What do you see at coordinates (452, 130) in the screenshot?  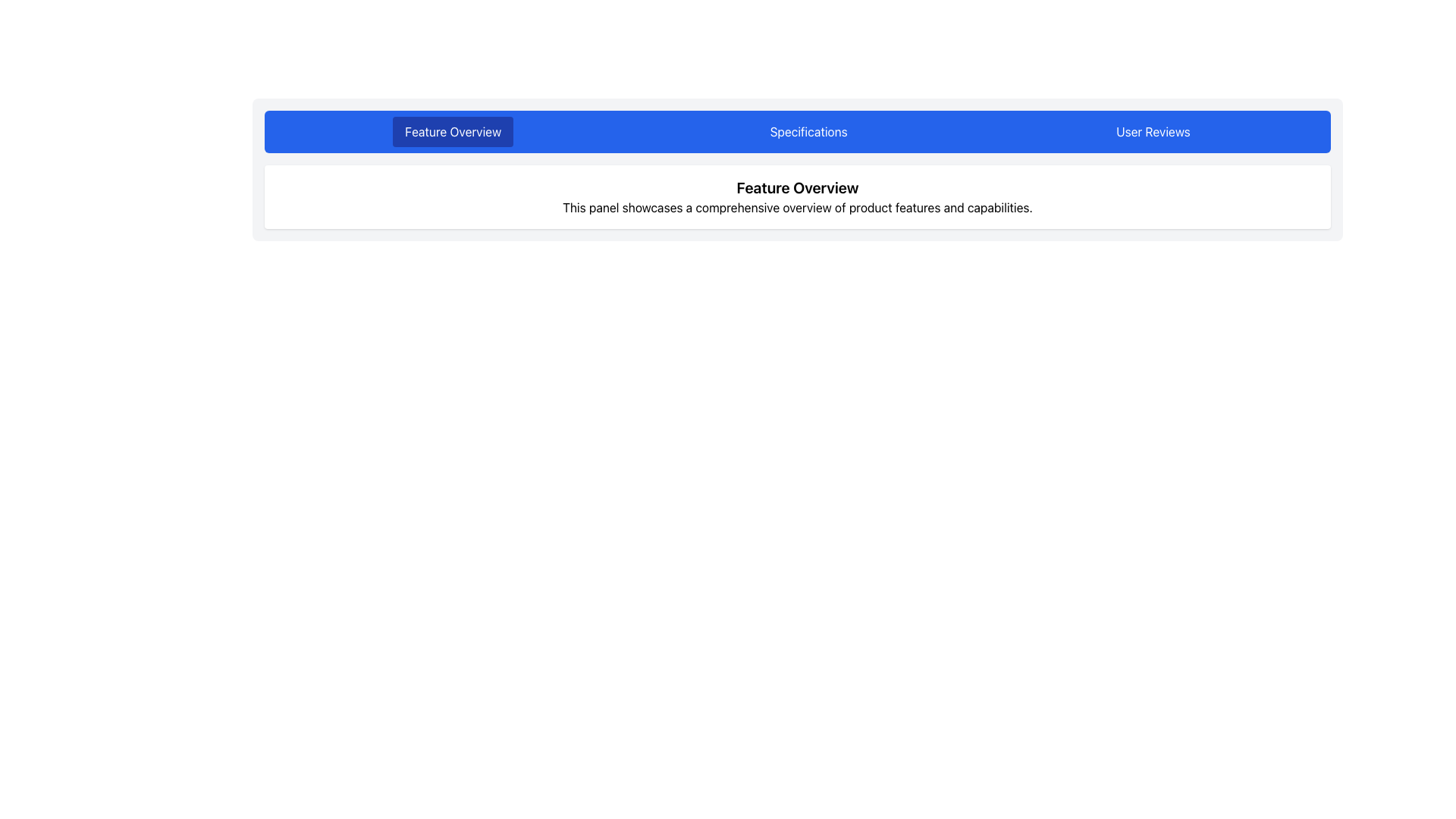 I see `the 'Feature Overview' button, which is a rectangular button with white text on a blue background, located at the top center of the interface` at bounding box center [452, 130].